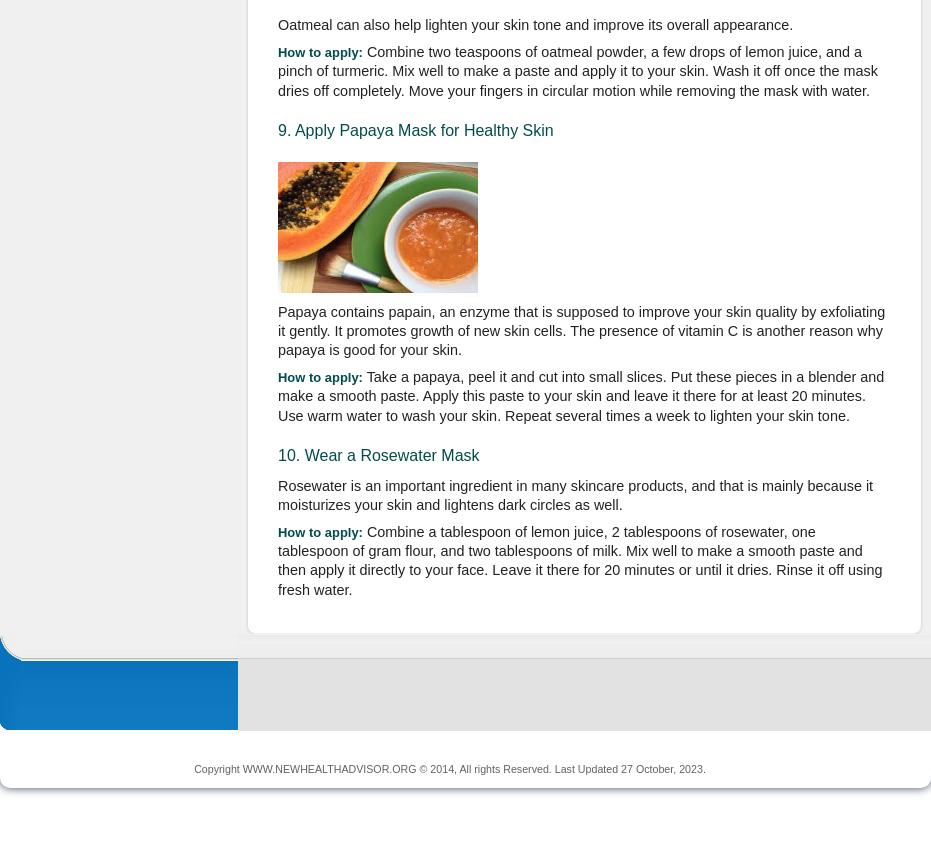 The image size is (931, 867). I want to click on 'Oatmeal can also help lighten your skin tone and improve its overall appearance.', so click(534, 24).